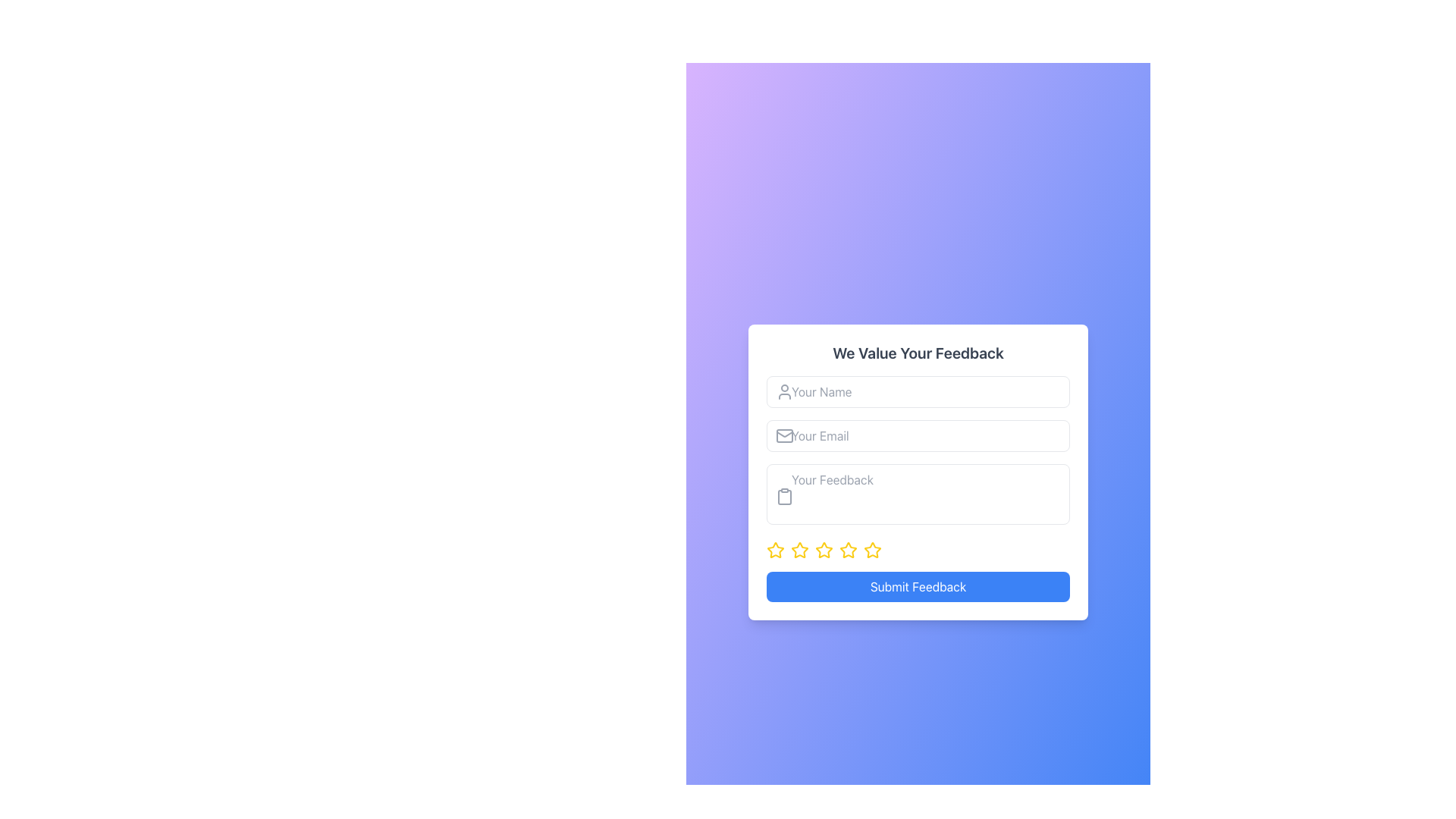  I want to click on across the five yellow stars in the Rating Selector, so click(917, 550).